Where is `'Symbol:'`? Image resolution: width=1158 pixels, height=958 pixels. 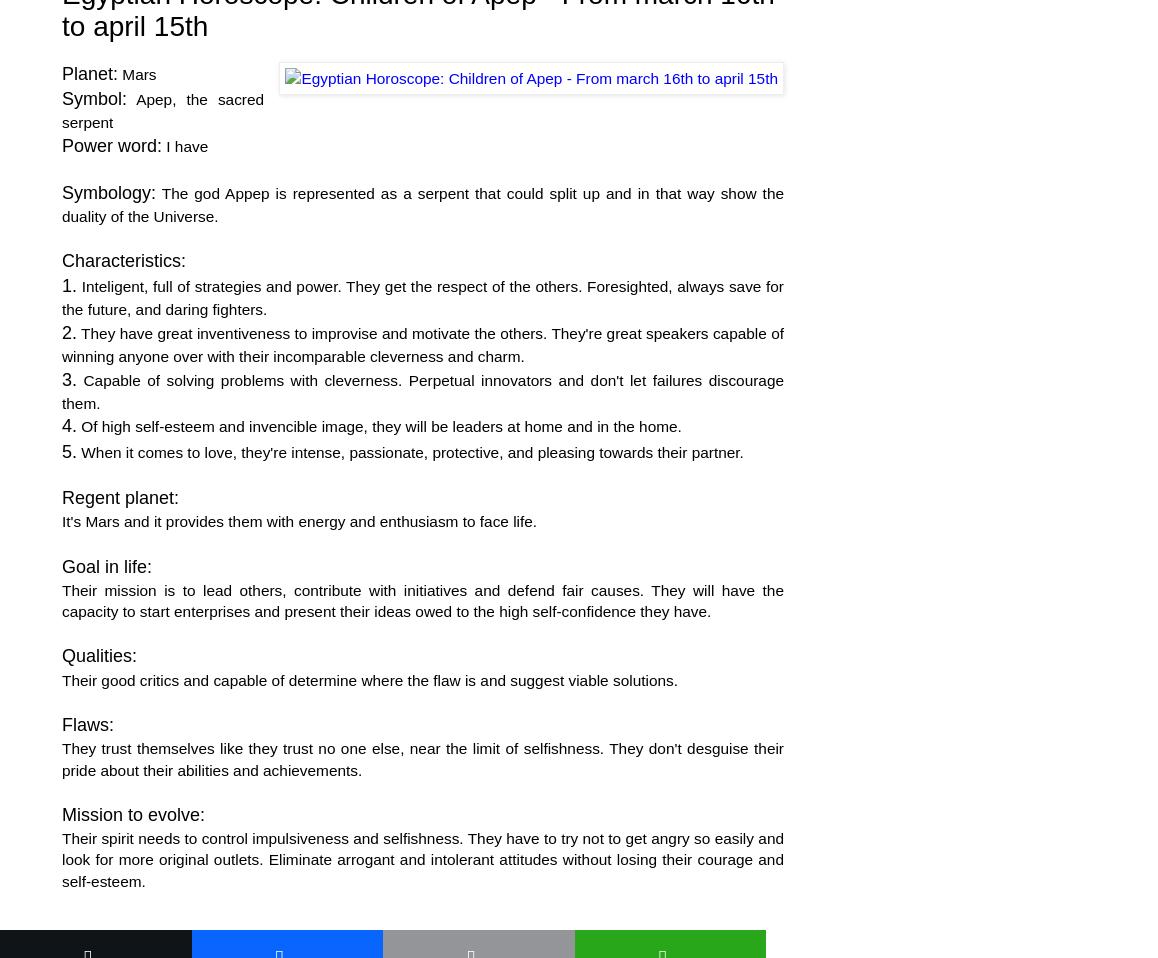
'Symbol:' is located at coordinates (94, 98).